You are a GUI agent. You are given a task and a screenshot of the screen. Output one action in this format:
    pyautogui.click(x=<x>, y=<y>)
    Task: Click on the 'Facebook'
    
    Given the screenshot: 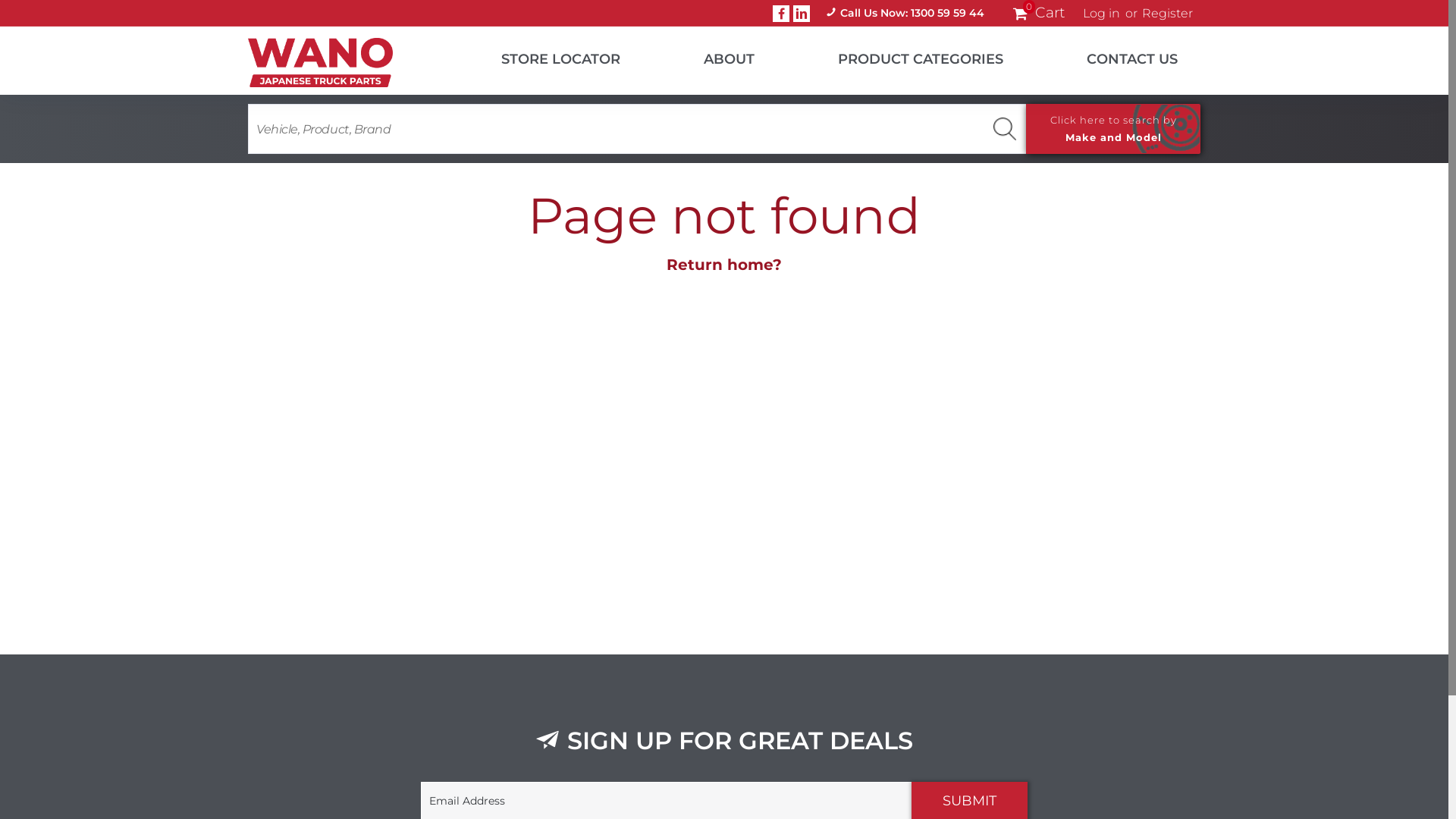 What is the action you would take?
    pyautogui.click(x=772, y=12)
    